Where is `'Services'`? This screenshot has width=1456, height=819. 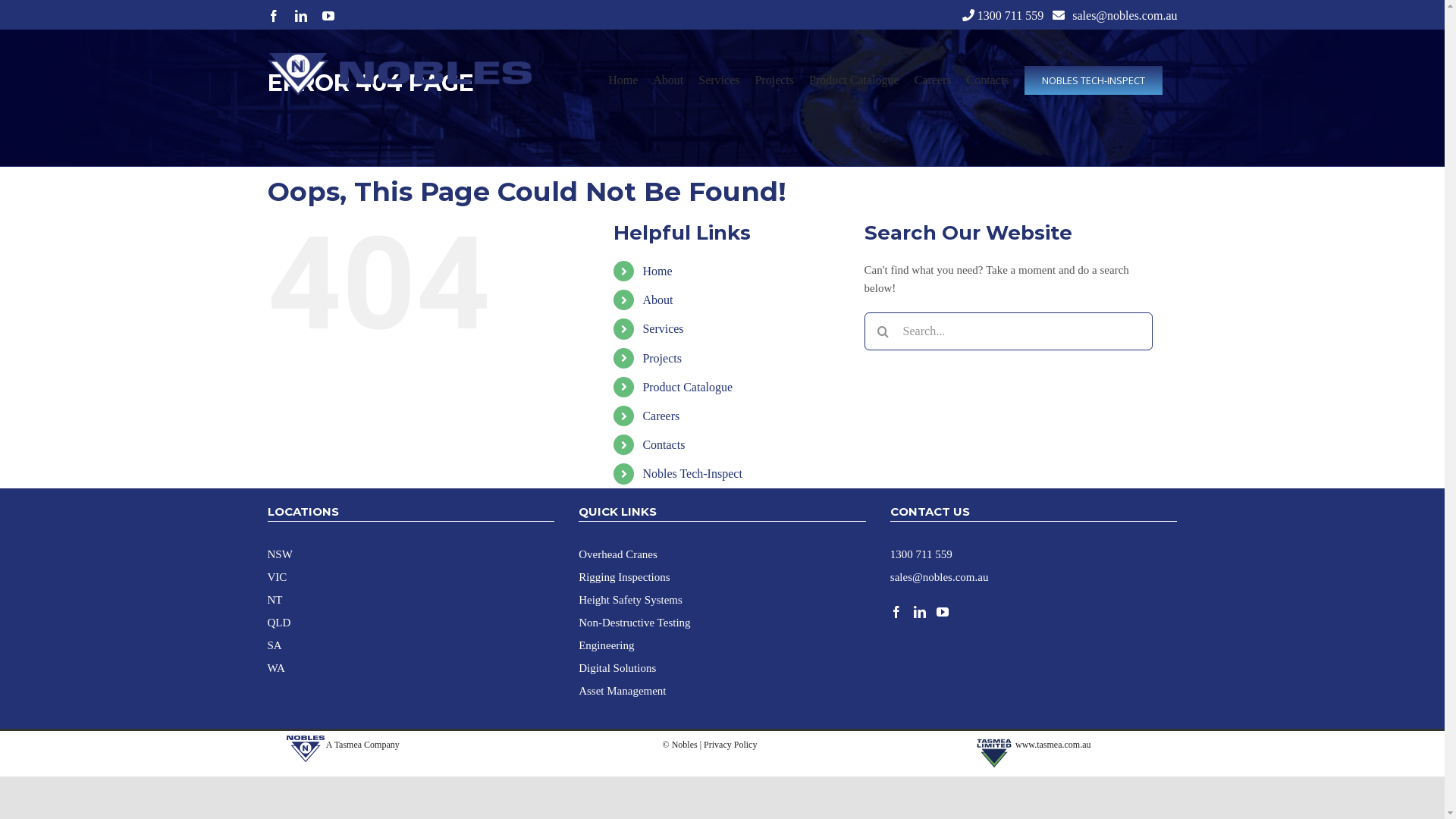 'Services' is located at coordinates (662, 328).